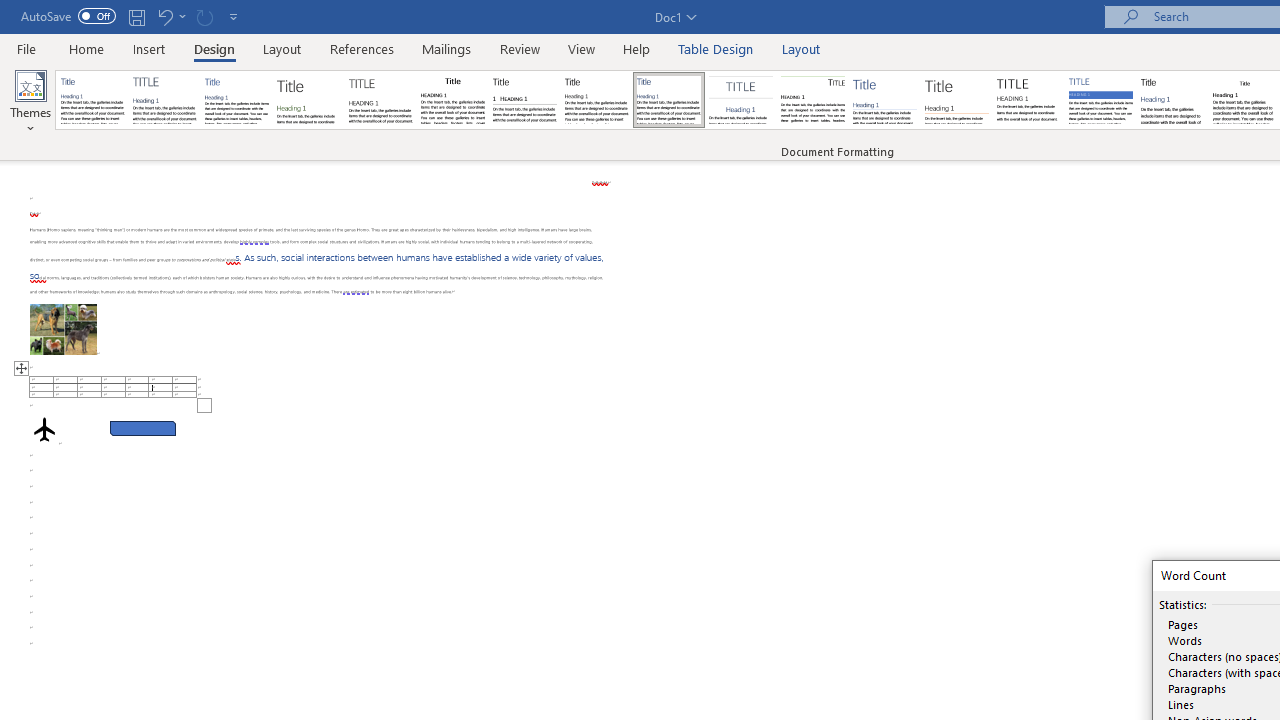 Image resolution: width=1280 pixels, height=720 pixels. Describe the element at coordinates (636, 48) in the screenshot. I see `'Help'` at that location.